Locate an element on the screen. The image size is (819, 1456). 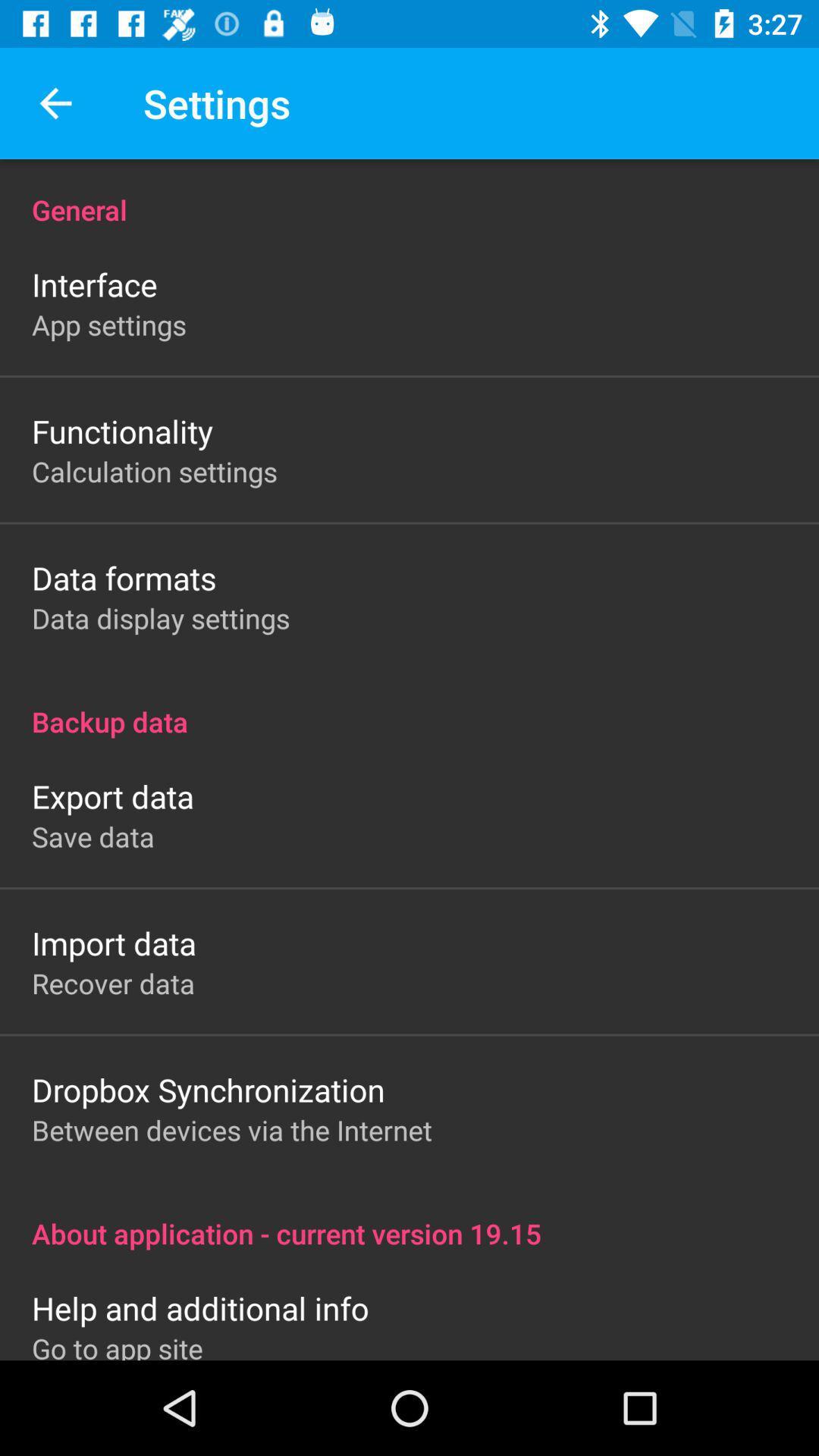
the save data icon is located at coordinates (93, 836).